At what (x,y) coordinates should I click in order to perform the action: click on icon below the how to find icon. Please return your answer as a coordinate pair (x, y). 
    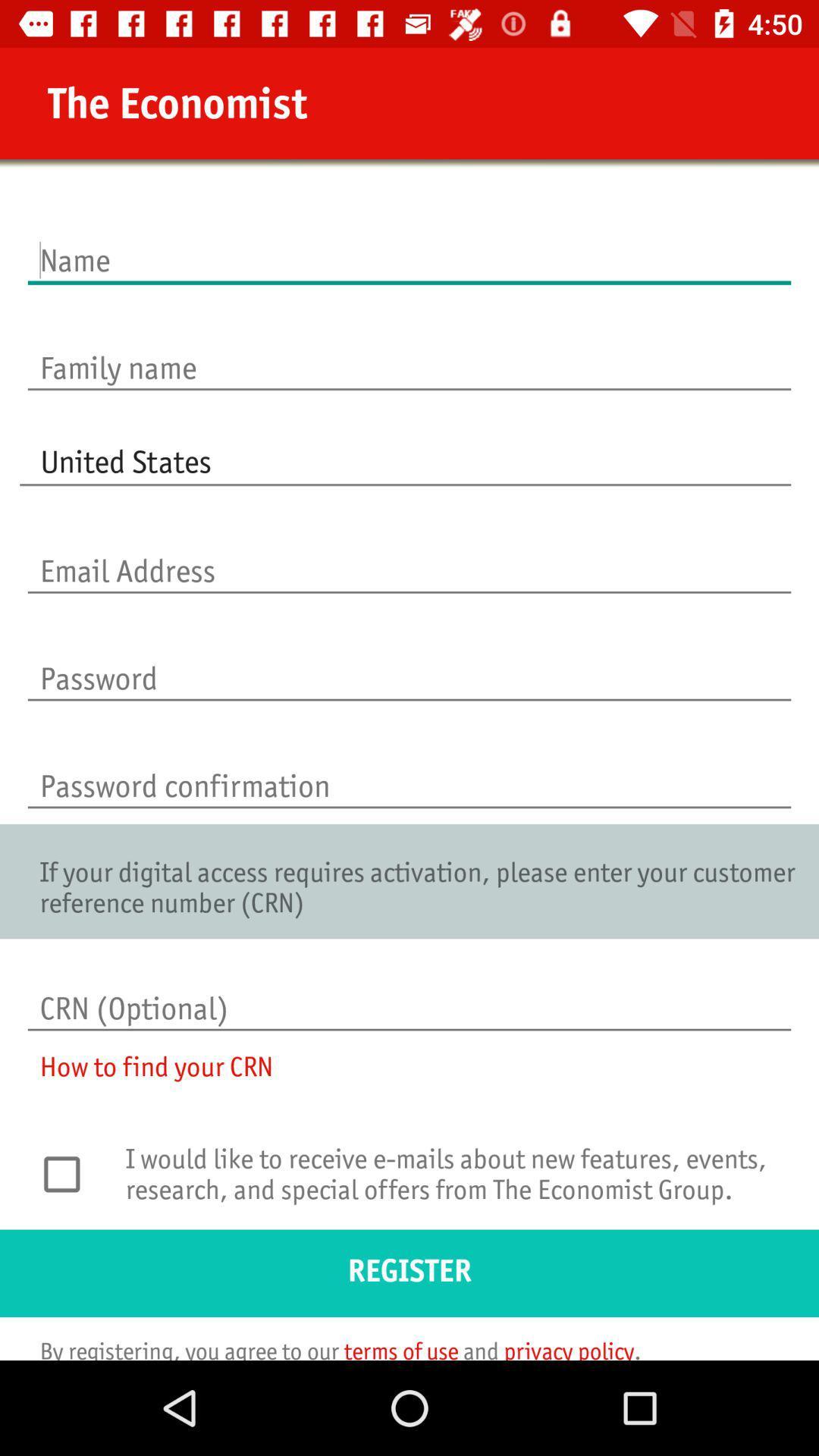
    Looking at the image, I should click on (70, 1173).